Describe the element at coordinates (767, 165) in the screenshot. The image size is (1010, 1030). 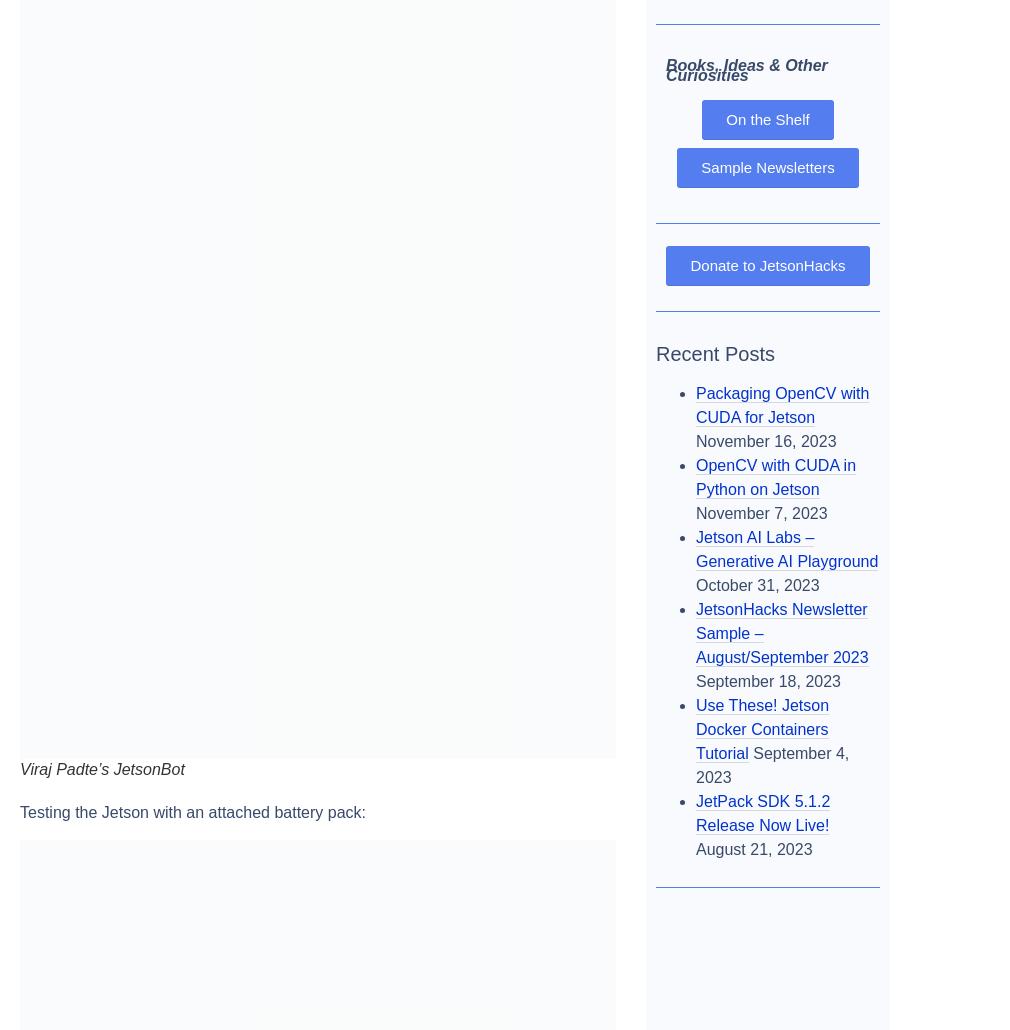
I see `'Sample Newsletters'` at that location.